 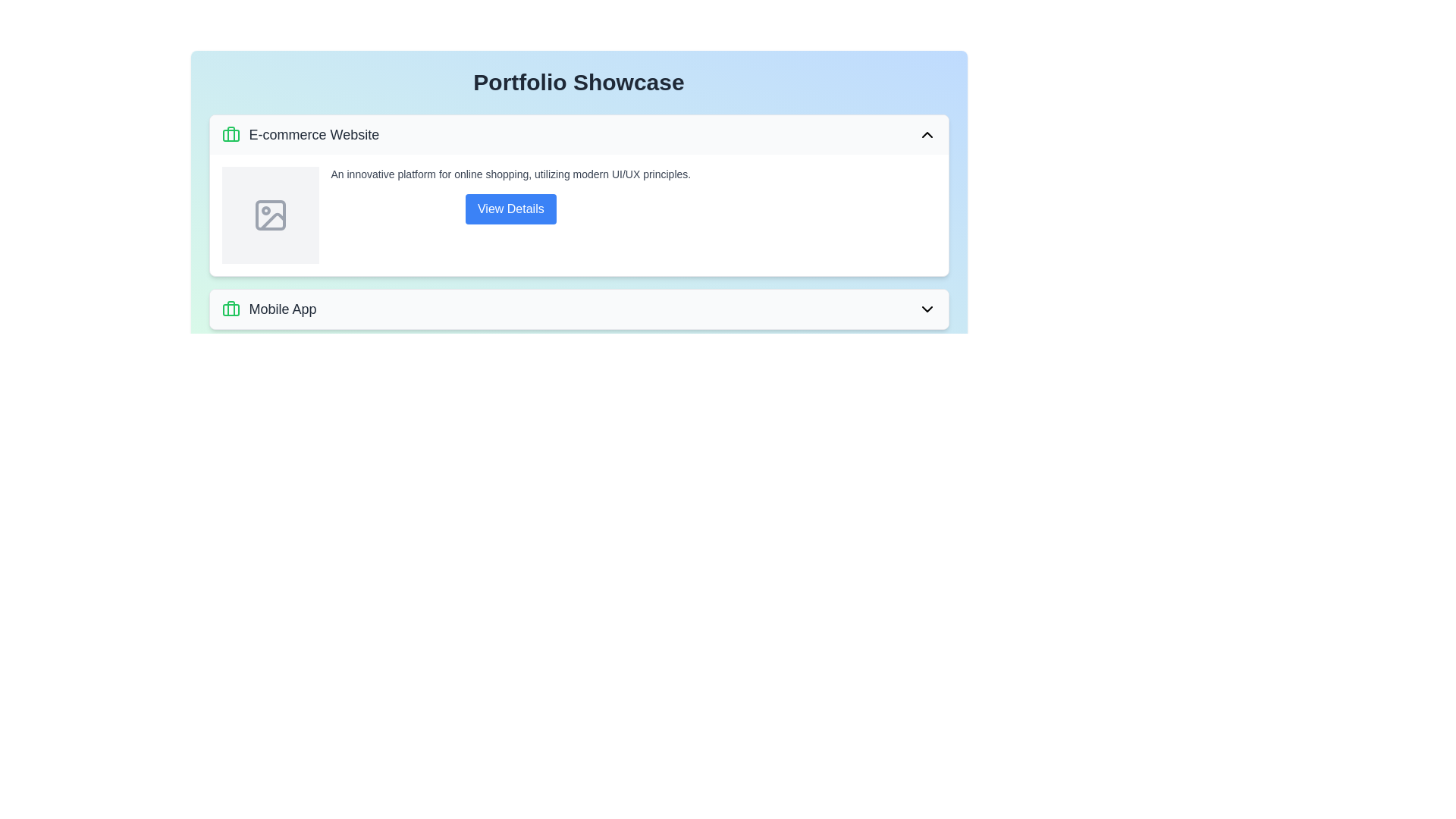 I want to click on the blue 'View Details' button with white text located below the description of the online shopping platform, so click(x=510, y=209).